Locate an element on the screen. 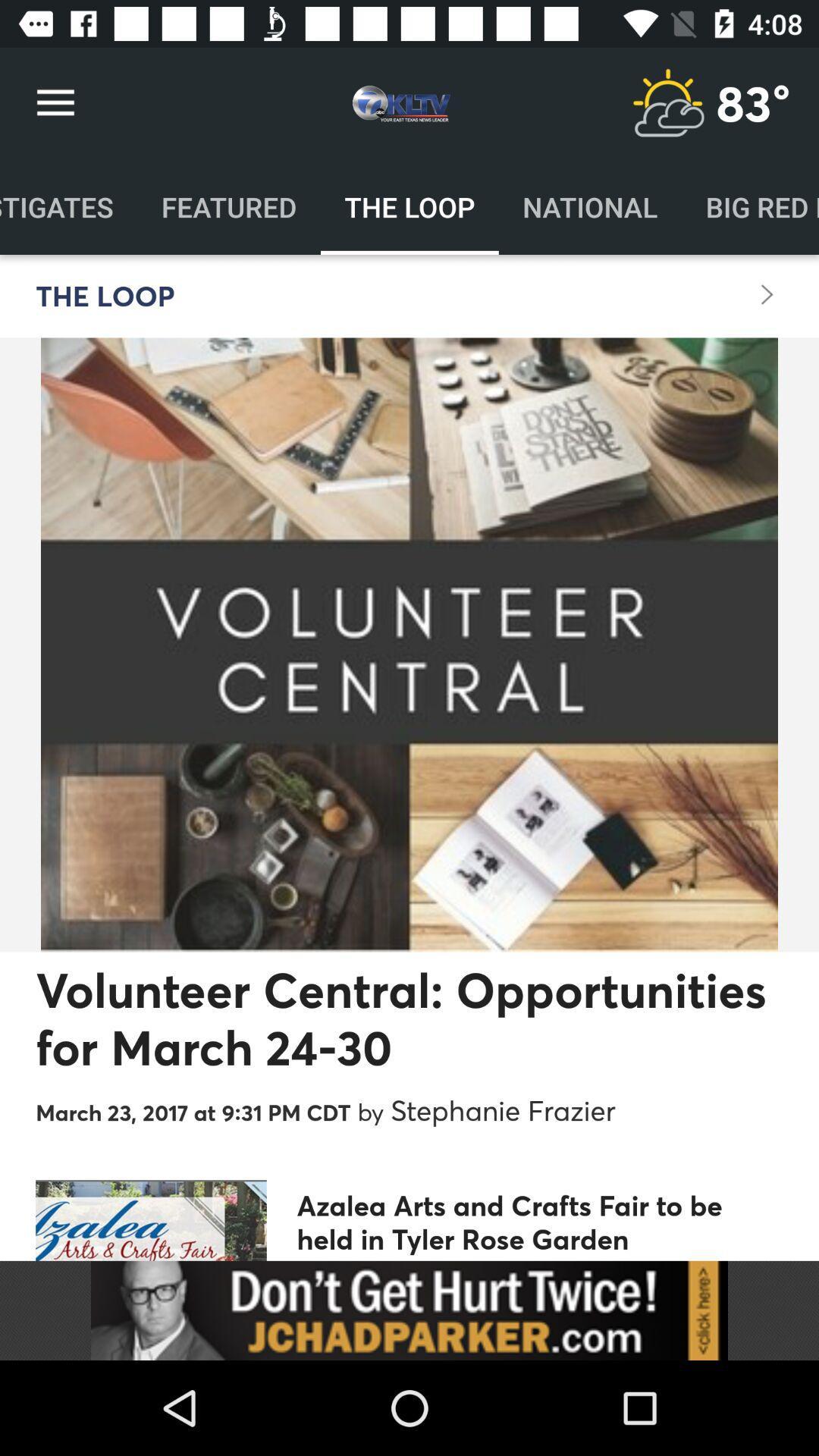 The height and width of the screenshot is (1456, 819). advertisement option is located at coordinates (409, 1310).